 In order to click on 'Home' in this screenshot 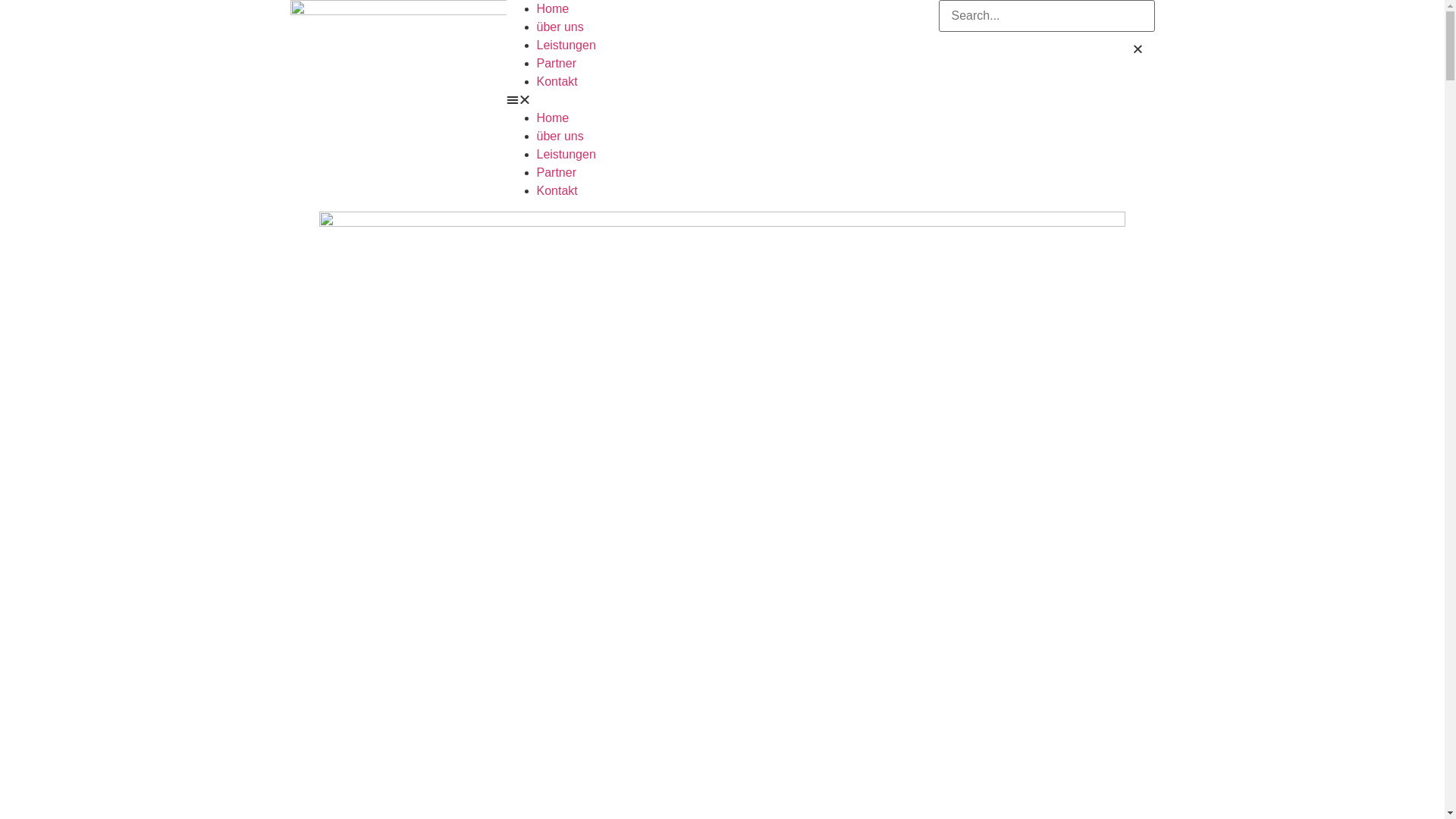, I will do `click(552, 117)`.